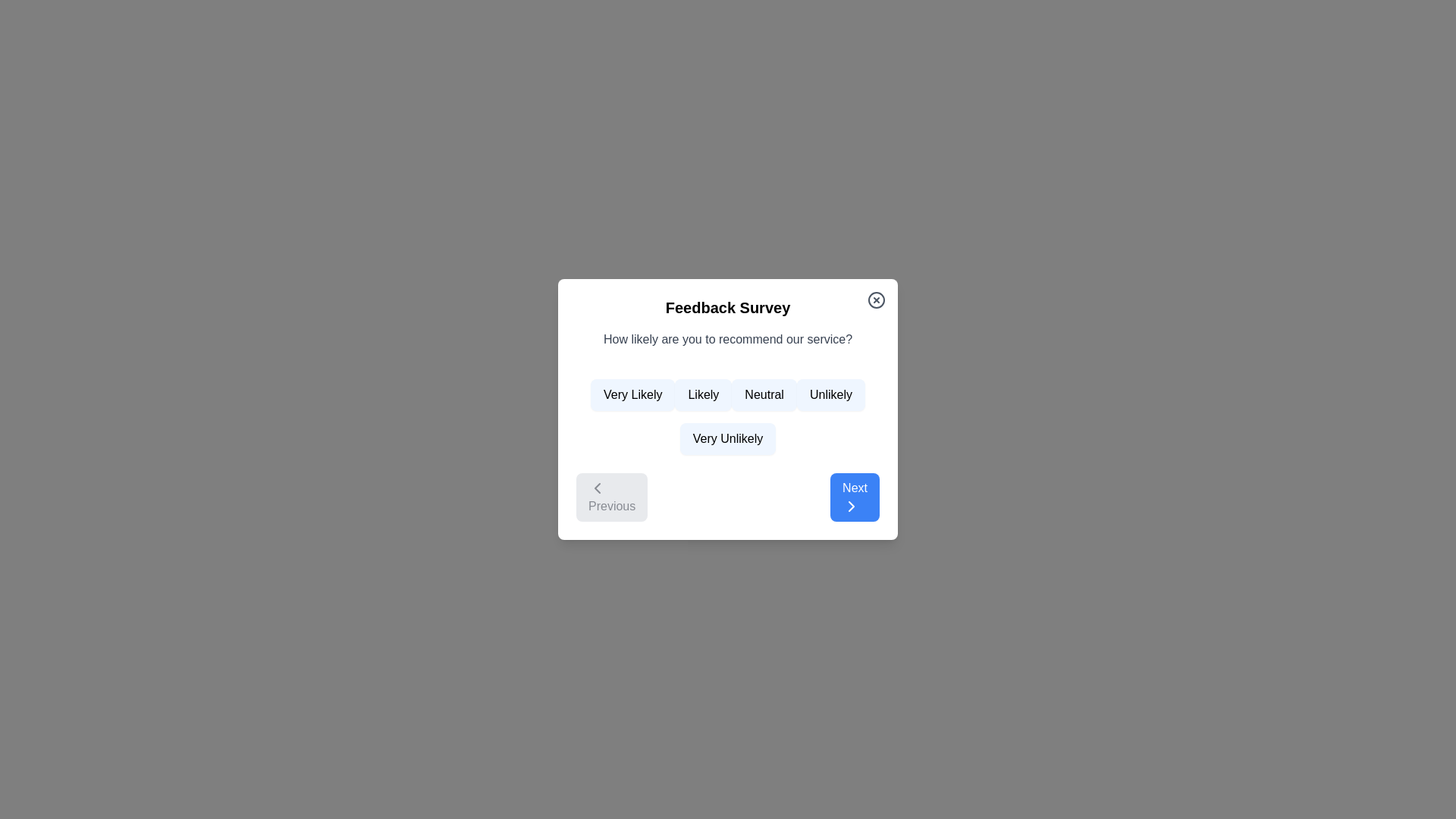 The width and height of the screenshot is (1456, 819). What do you see at coordinates (728, 411) in the screenshot?
I see `the group of buttons for selecting an option regarding the likelihood of recommending the service, located under the question 'How likely are you to recommend our service?'` at bounding box center [728, 411].